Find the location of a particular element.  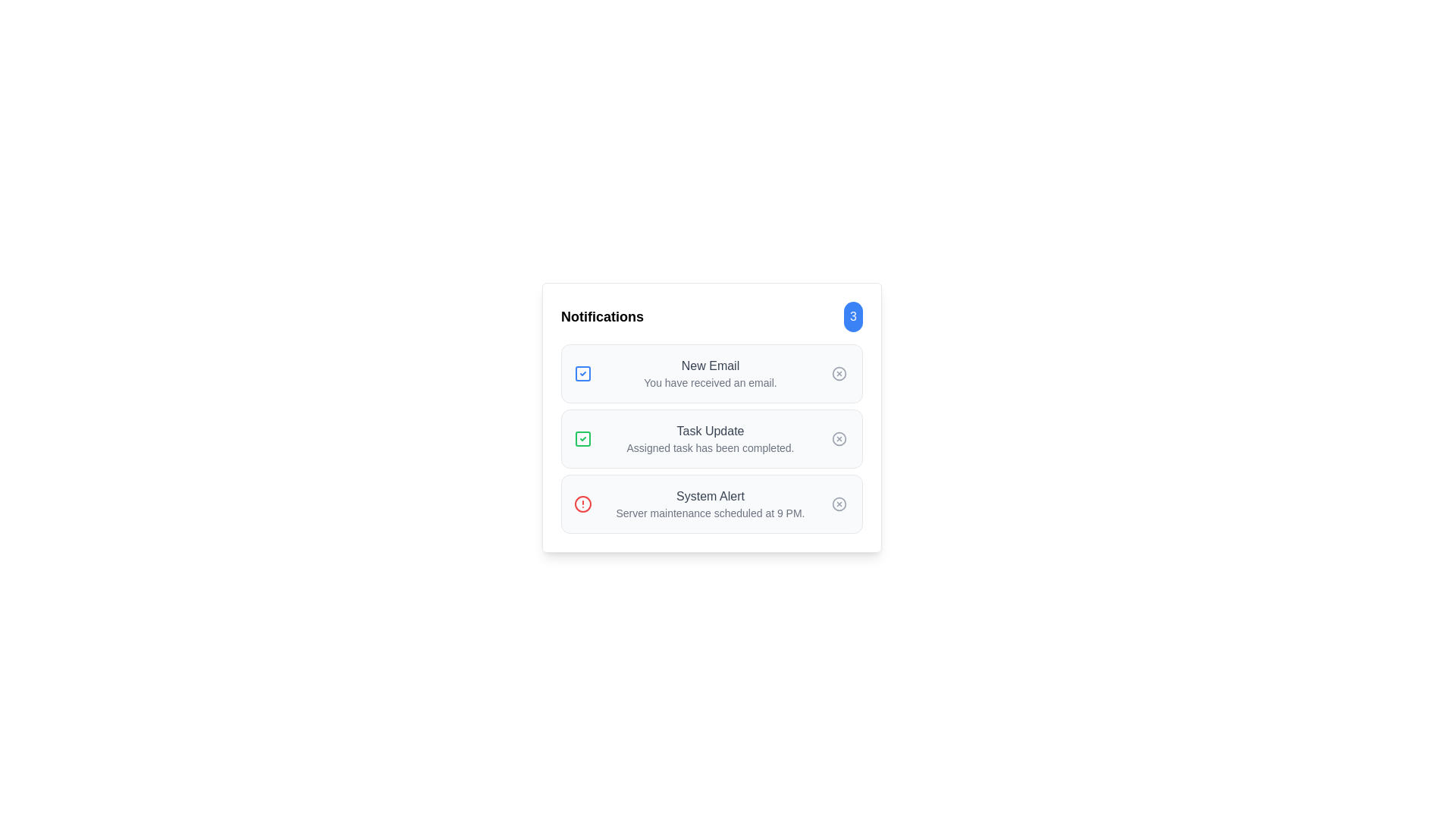

text label 'System Alert' located in the notification card layout, positioned below 'New Email' and 'Task Update' is located at coordinates (709, 497).